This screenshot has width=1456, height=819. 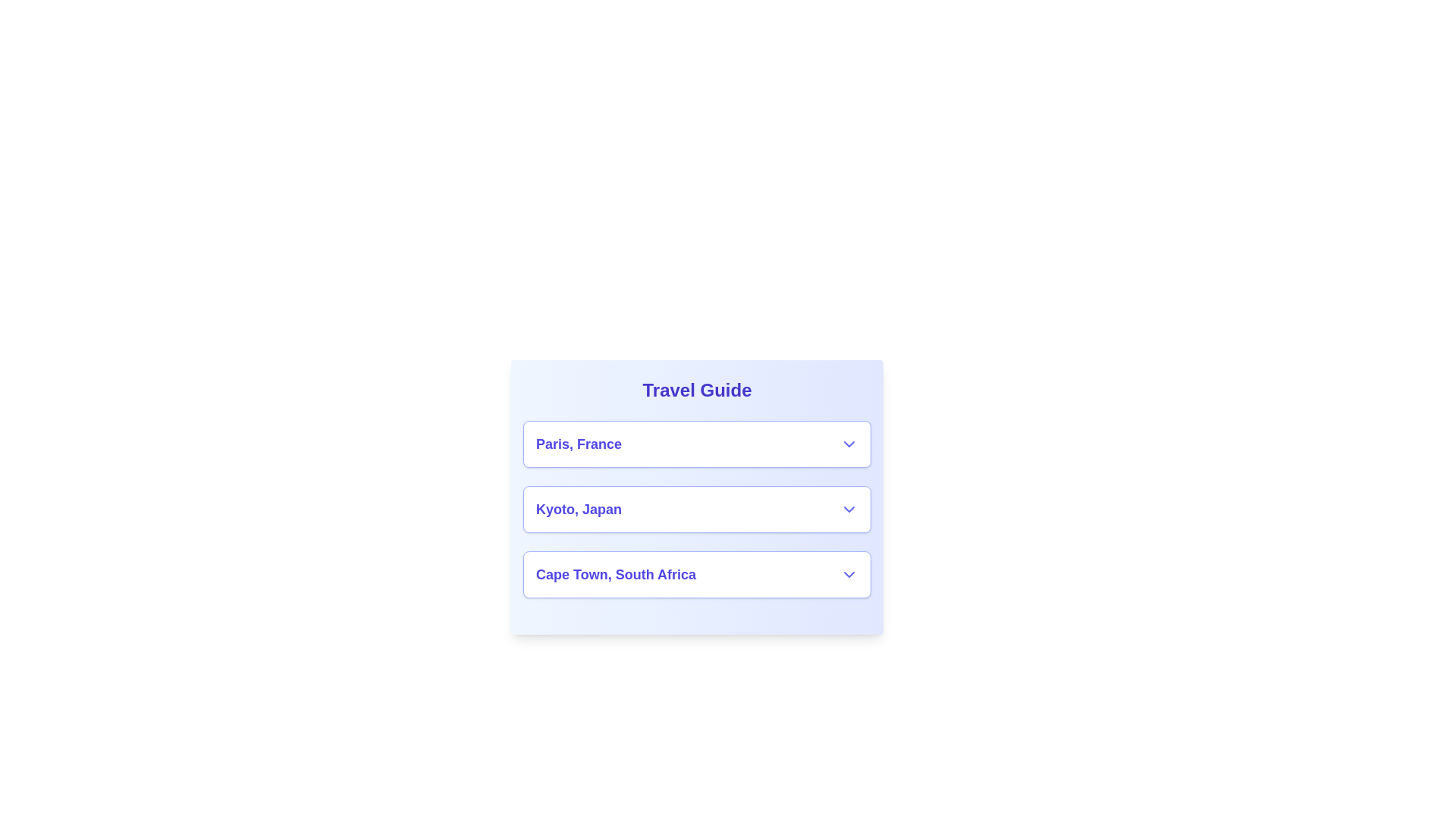 What do you see at coordinates (696, 444) in the screenshot?
I see `the topmost dropdown menu trigger element, which is bordered and has a white background with indigo accents` at bounding box center [696, 444].